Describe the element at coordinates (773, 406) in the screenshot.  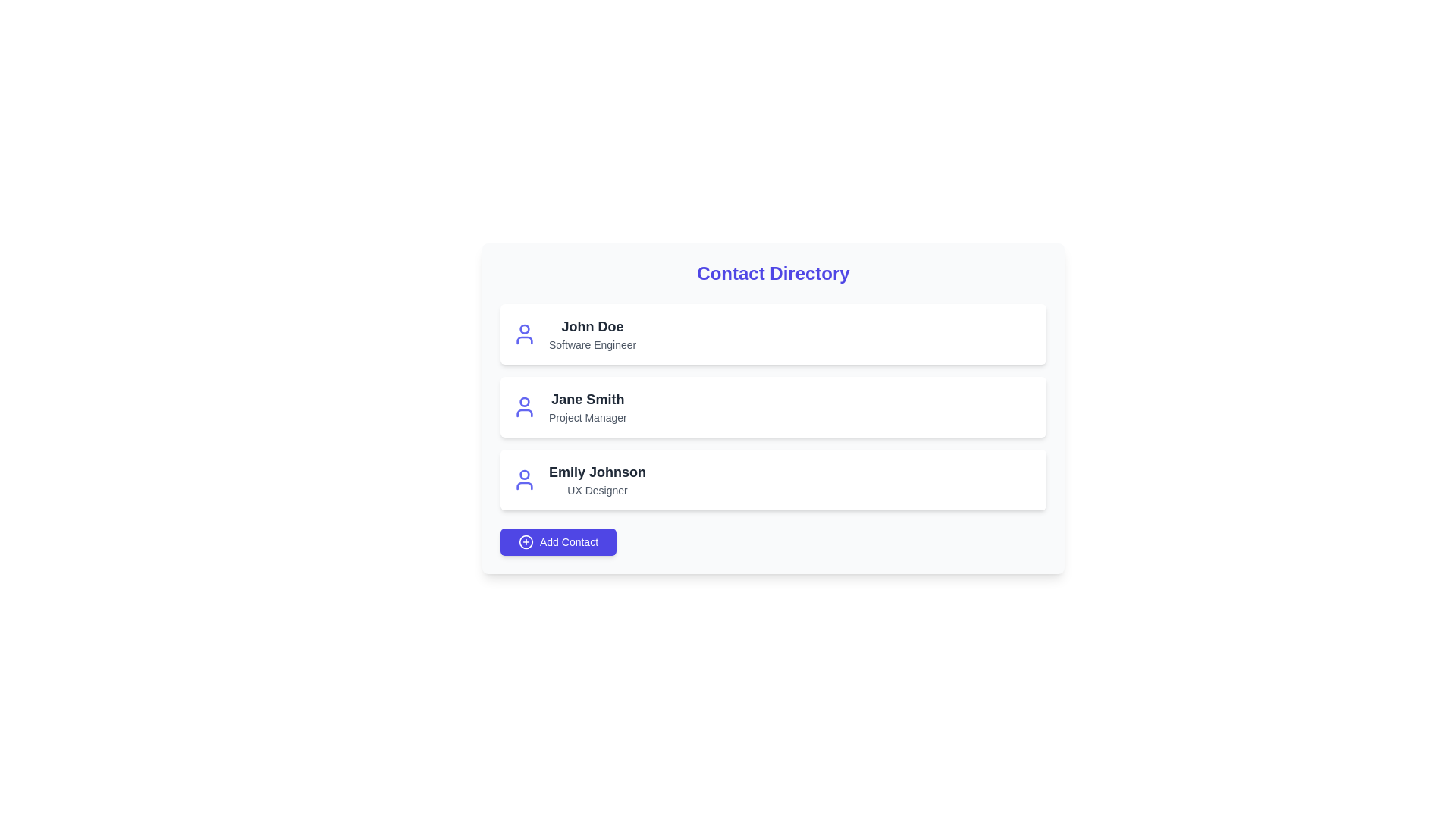
I see `the contact item corresponding to Jane Smith` at that location.